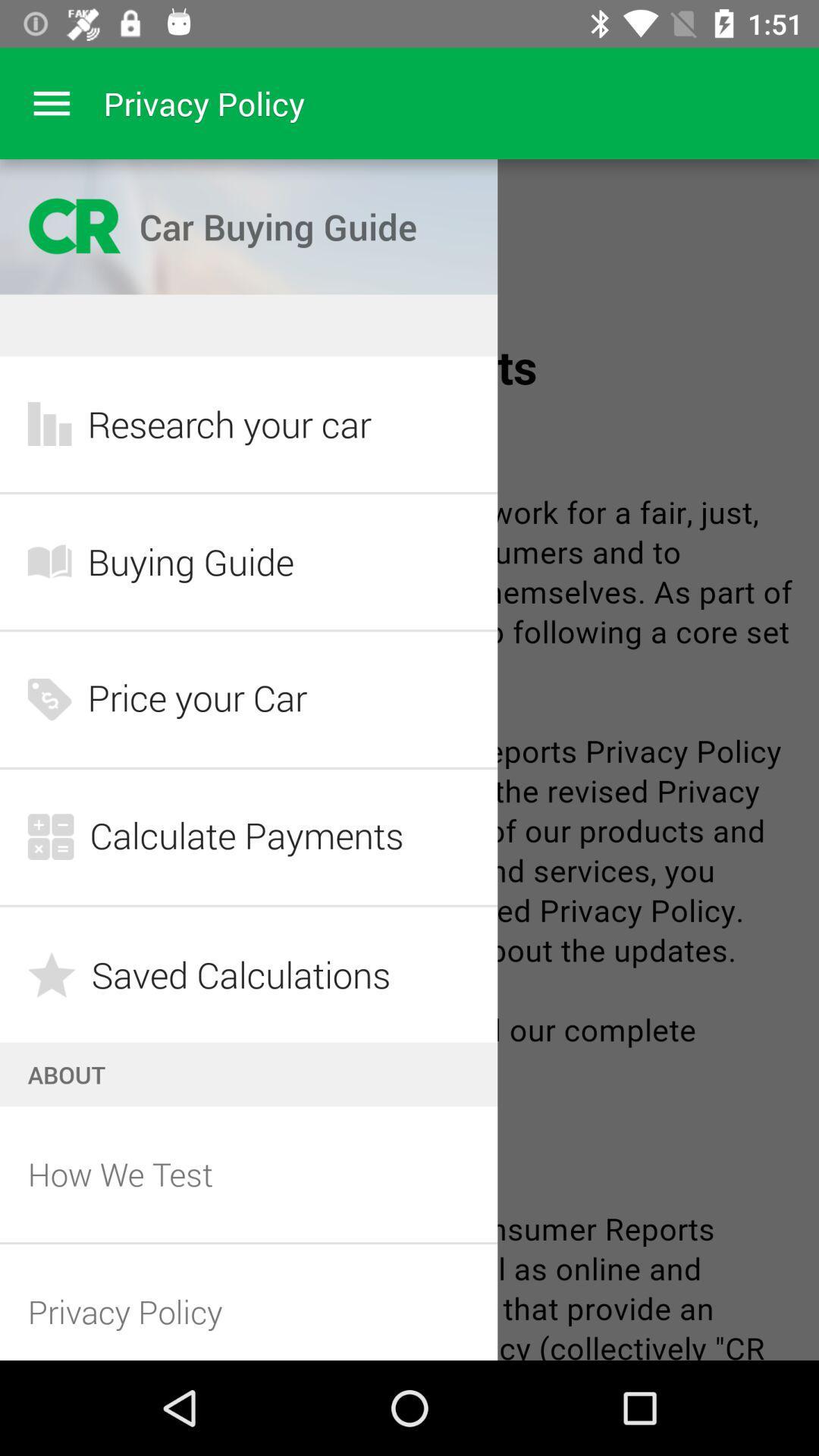 This screenshot has height=1456, width=819. Describe the element at coordinates (51, 102) in the screenshot. I see `menu options` at that location.